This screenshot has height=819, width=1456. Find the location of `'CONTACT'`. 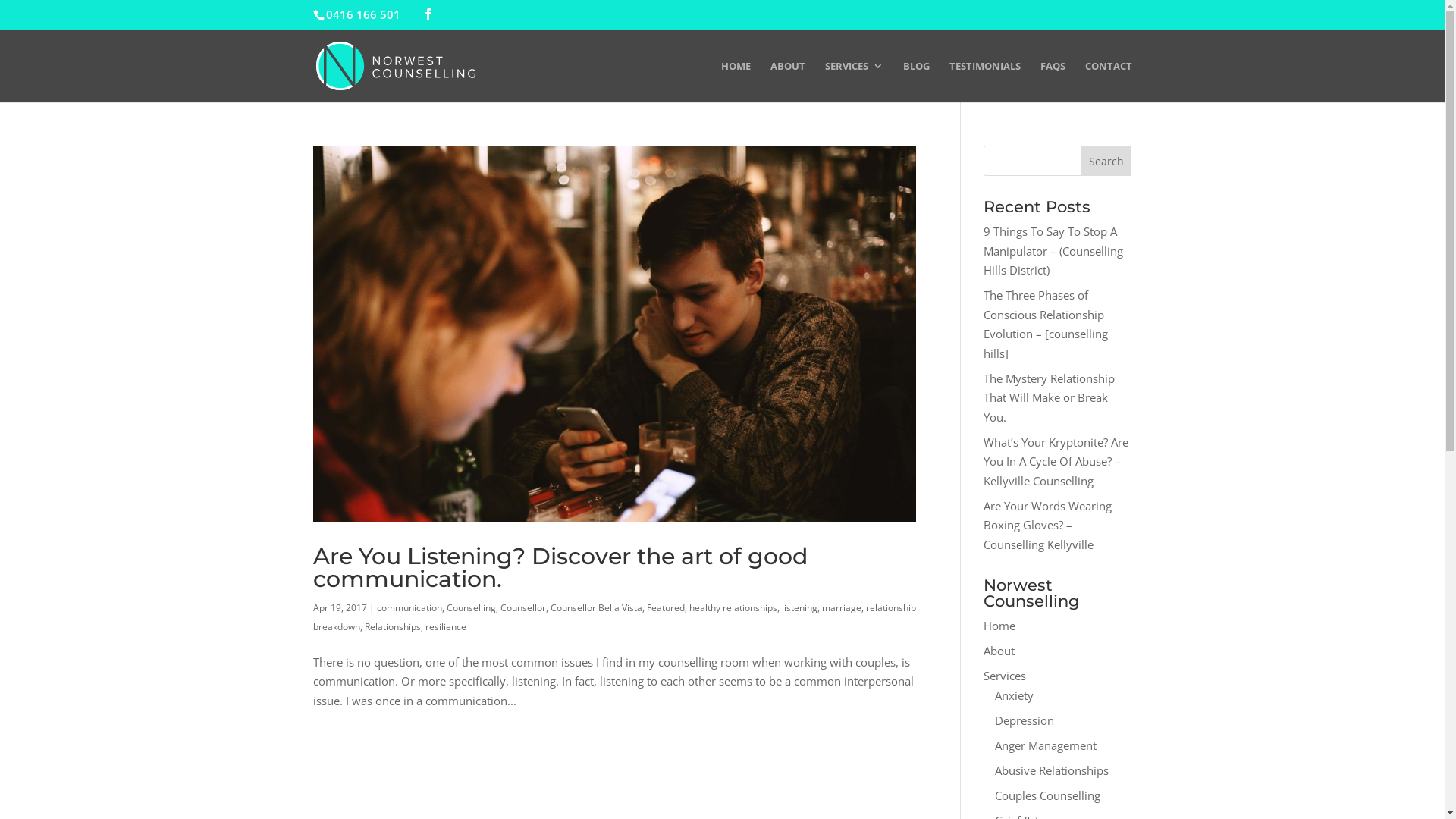

'CONTACT' is located at coordinates (1084, 81).